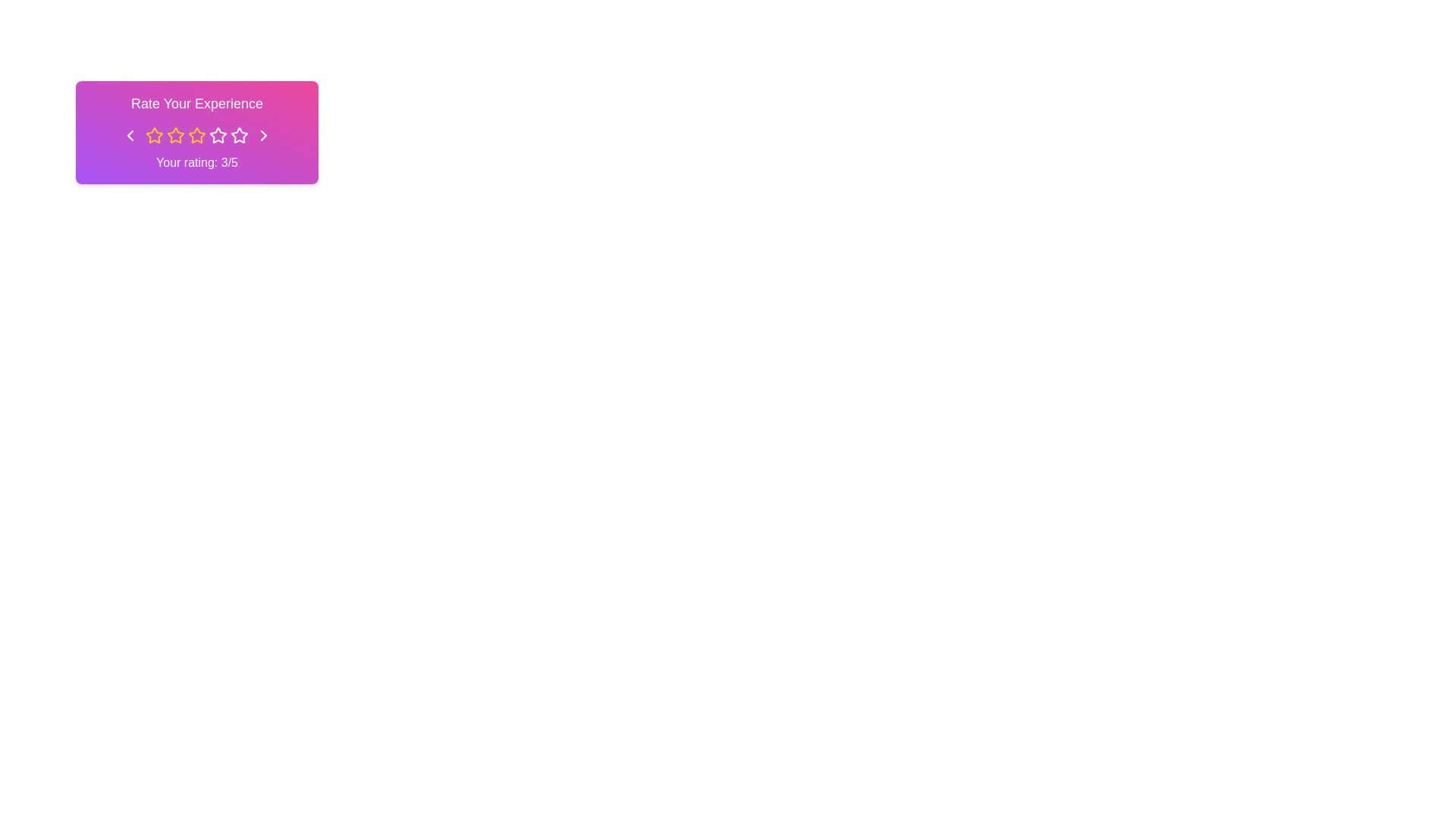  Describe the element at coordinates (196, 134) in the screenshot. I see `the third yellow star icon in the rating system` at that location.